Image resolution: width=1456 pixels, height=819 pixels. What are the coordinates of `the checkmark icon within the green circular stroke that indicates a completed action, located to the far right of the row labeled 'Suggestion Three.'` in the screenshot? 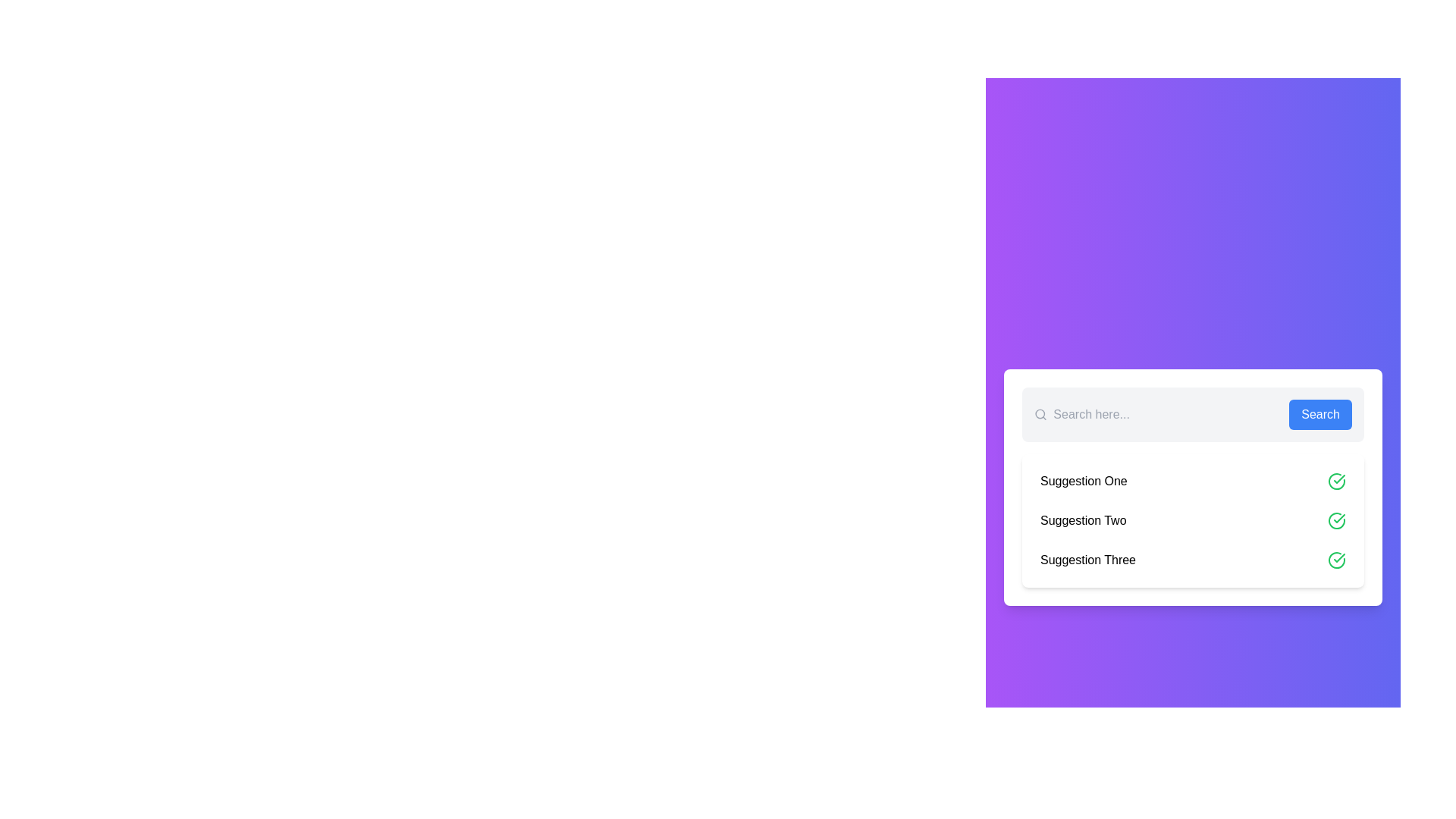 It's located at (1336, 560).